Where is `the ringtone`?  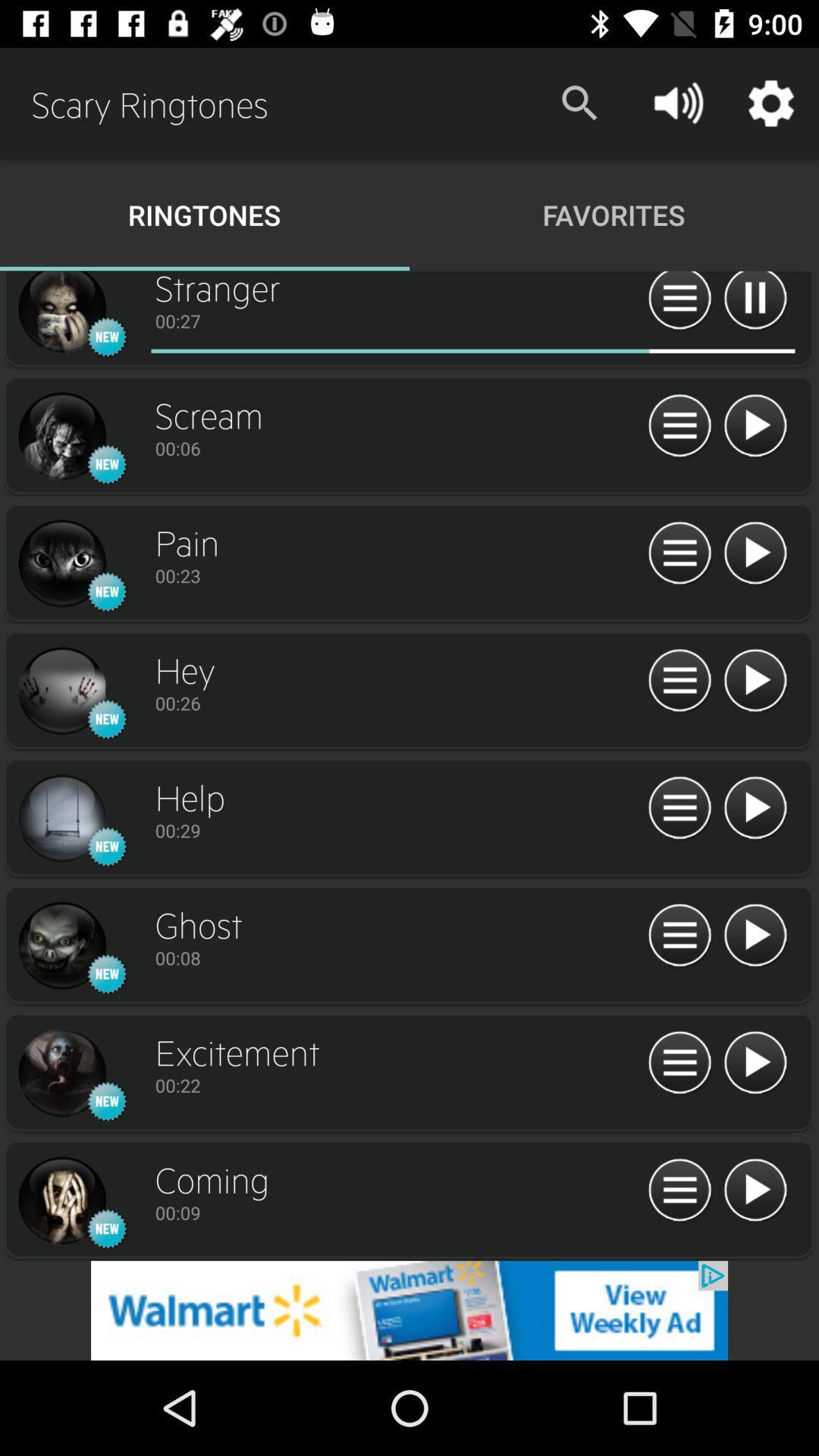
the ringtone is located at coordinates (755, 425).